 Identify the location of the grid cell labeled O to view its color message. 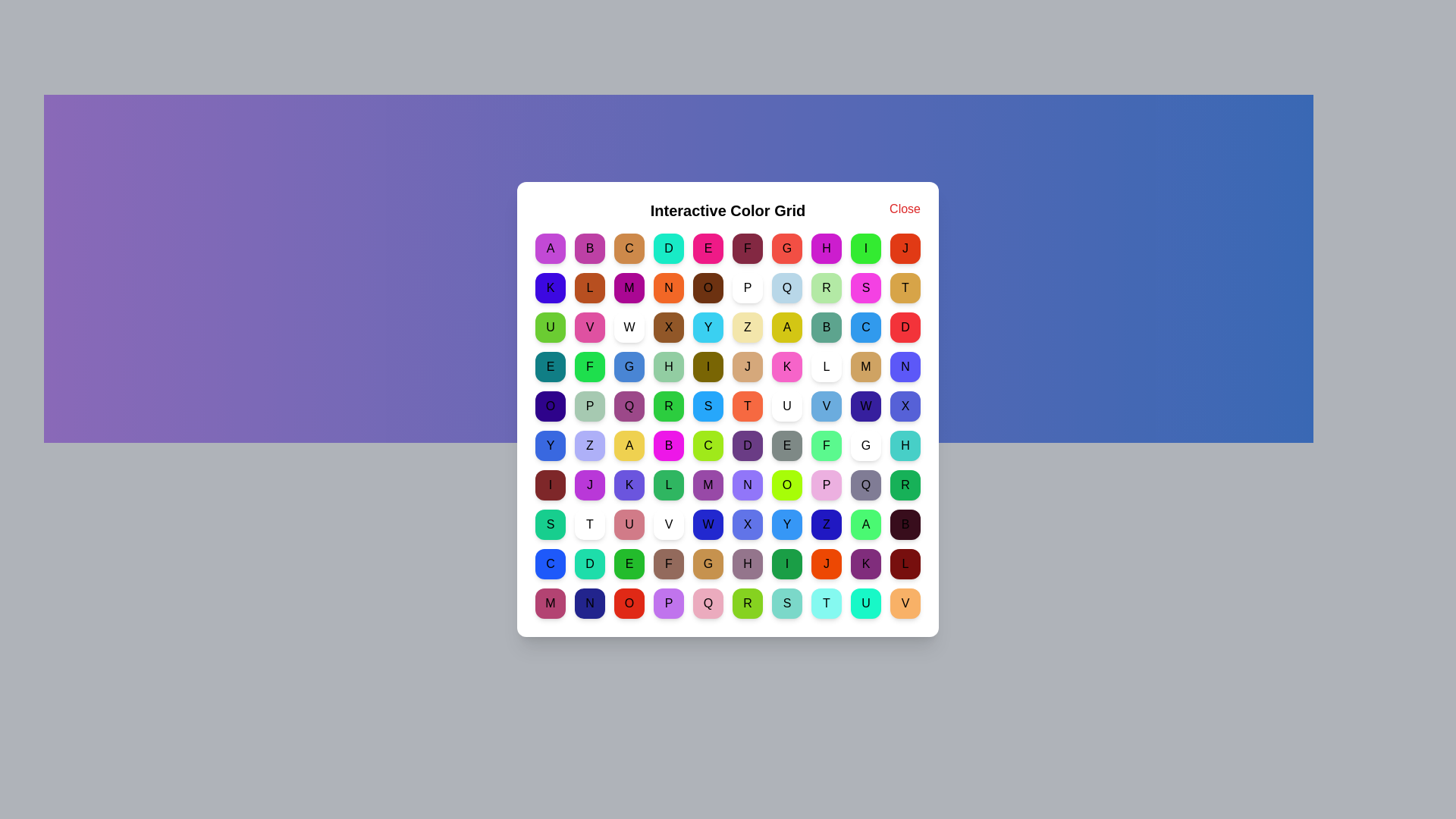
(708, 288).